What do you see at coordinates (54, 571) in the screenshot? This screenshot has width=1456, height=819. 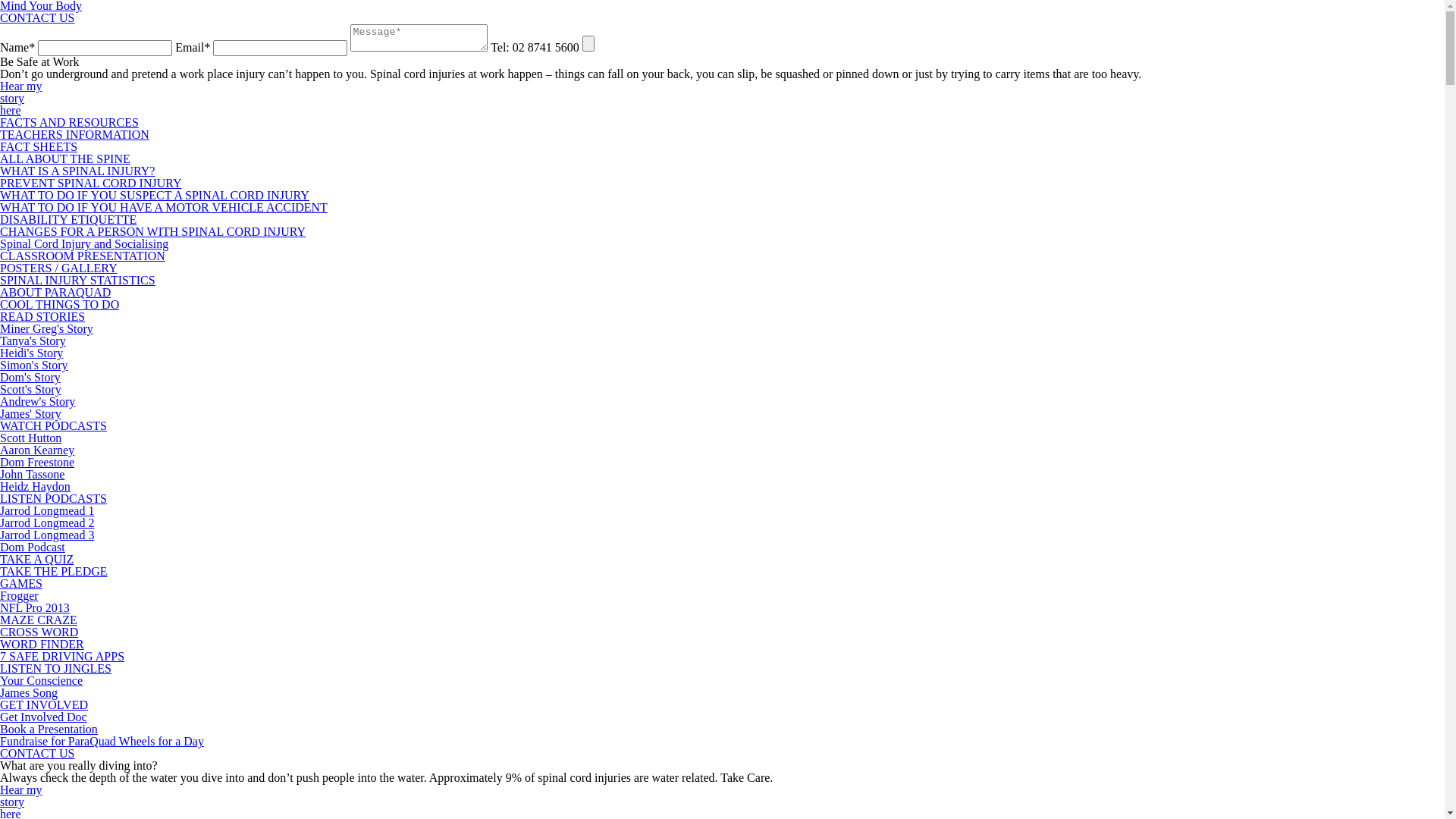 I see `'TAKE THE PLEDGE'` at bounding box center [54, 571].